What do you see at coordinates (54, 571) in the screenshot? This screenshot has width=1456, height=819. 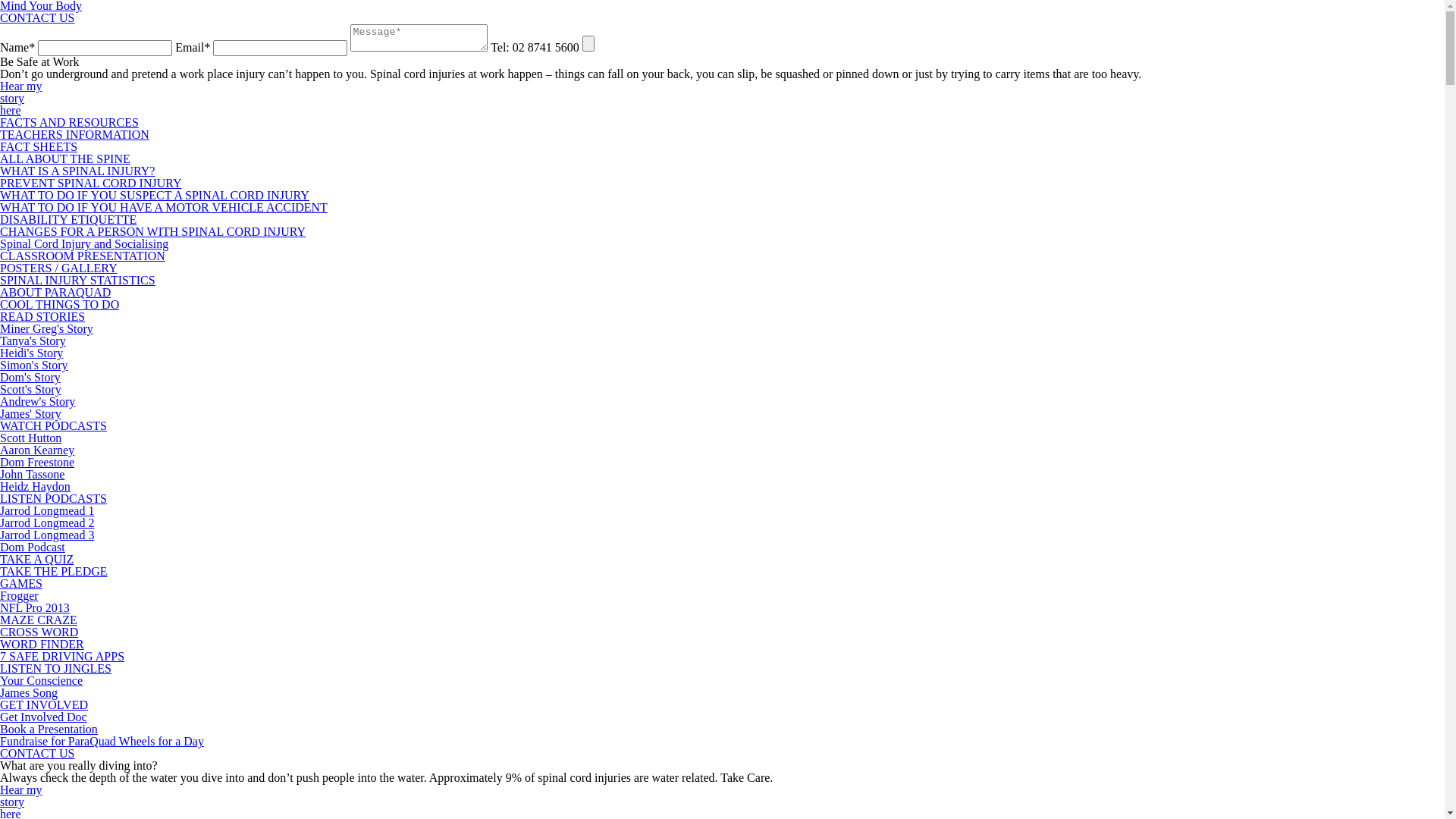 I see `'TAKE THE PLEDGE'` at bounding box center [54, 571].